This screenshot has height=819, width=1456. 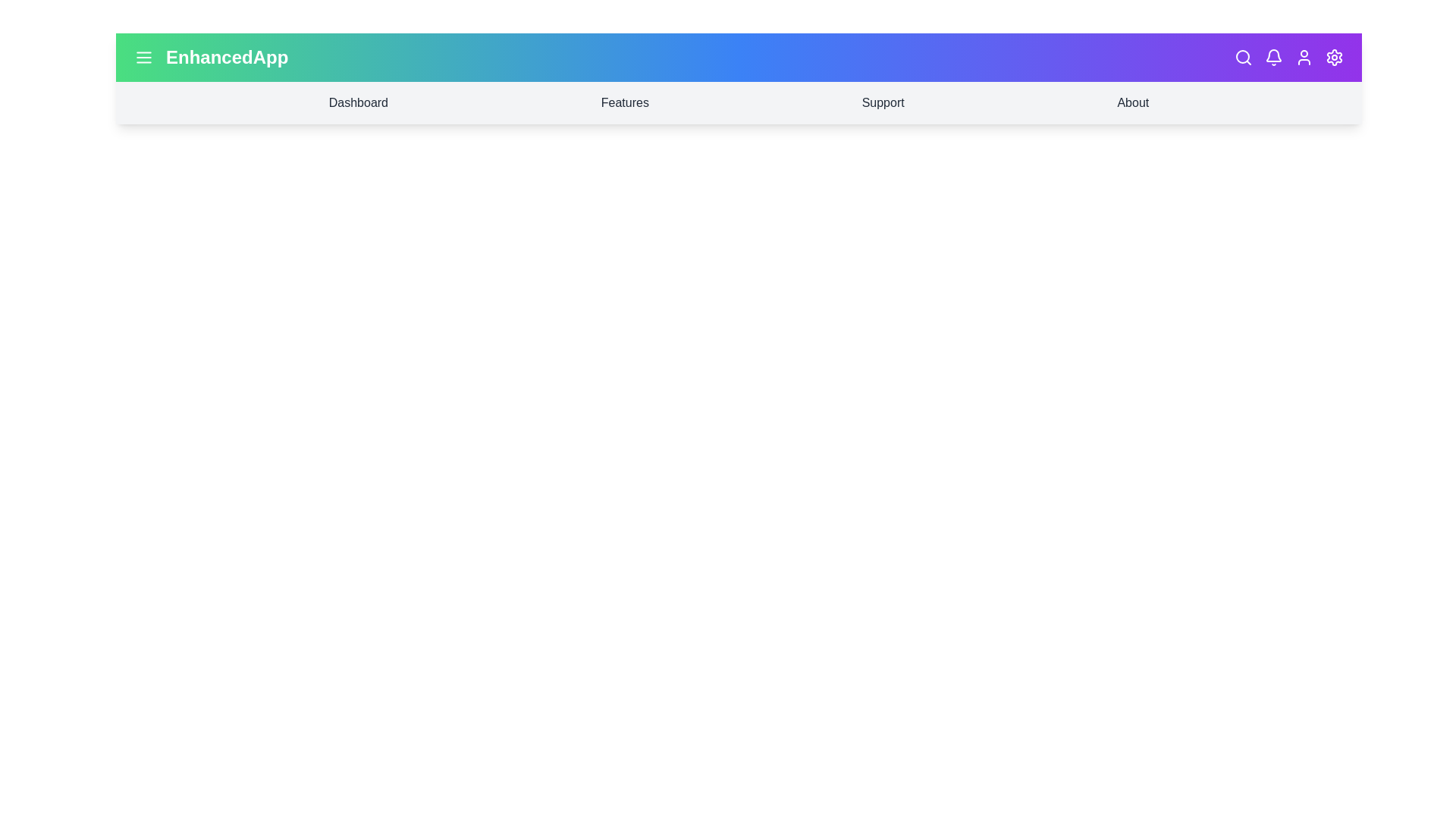 I want to click on the menu item labeled Features to navigate to the corresponding section, so click(x=625, y=102).